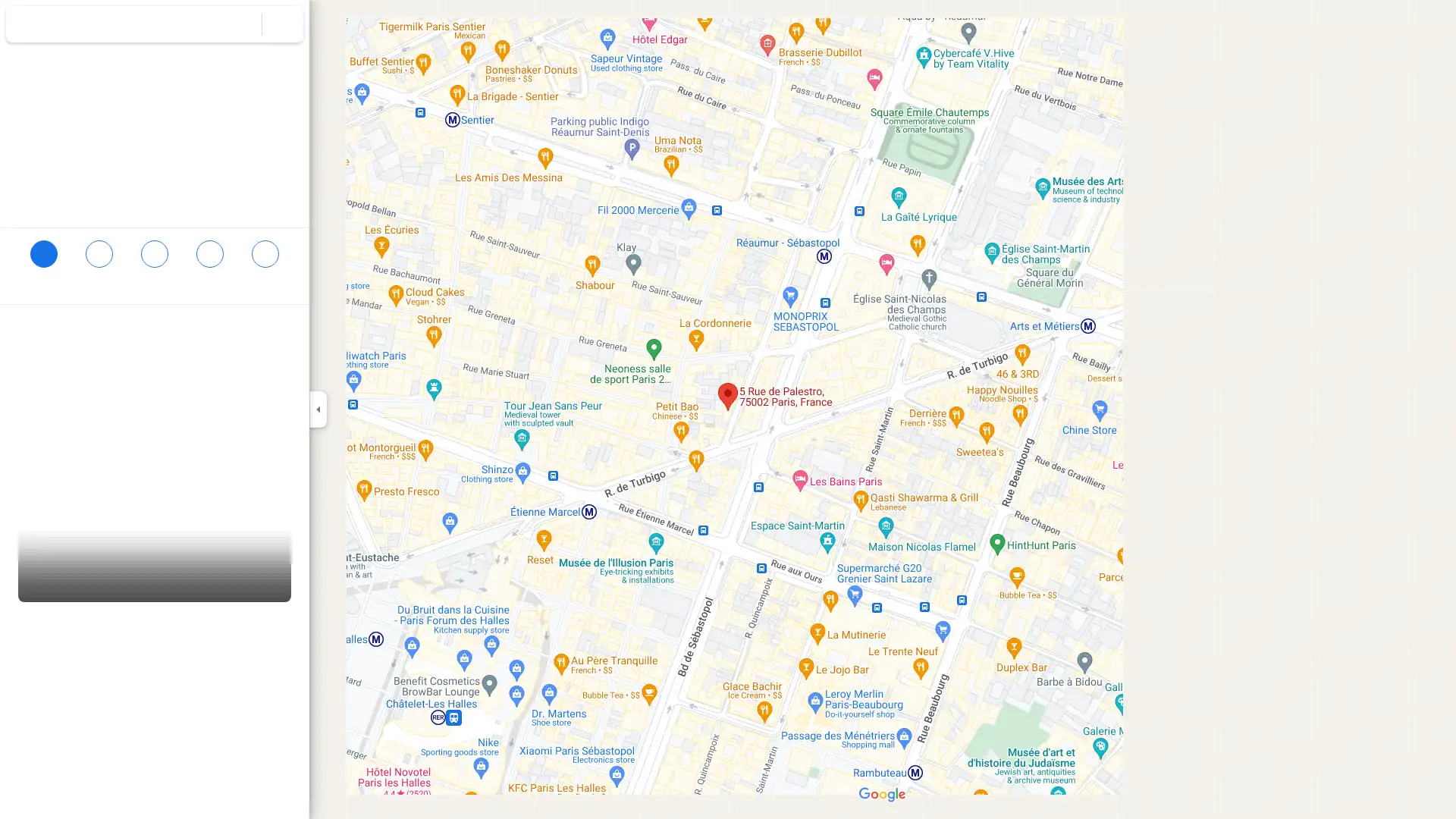 The height and width of the screenshot is (819, 1456). Describe the element at coordinates (155, 556) in the screenshot. I see `Street View` at that location.